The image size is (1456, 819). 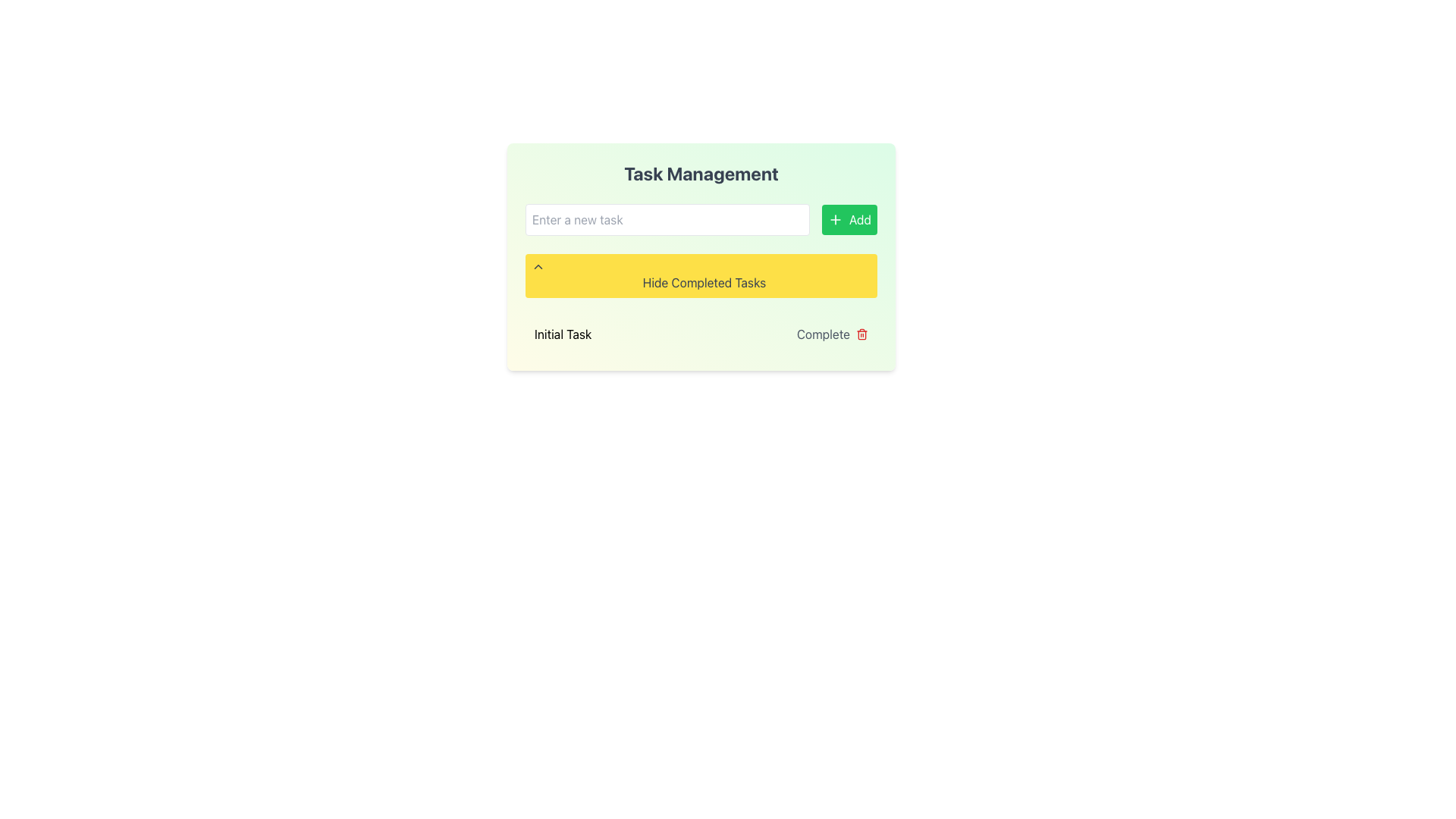 I want to click on the trash bin icon button located at the bottom-right corner of the 'Initial Task' in the task management interface, so click(x=862, y=333).